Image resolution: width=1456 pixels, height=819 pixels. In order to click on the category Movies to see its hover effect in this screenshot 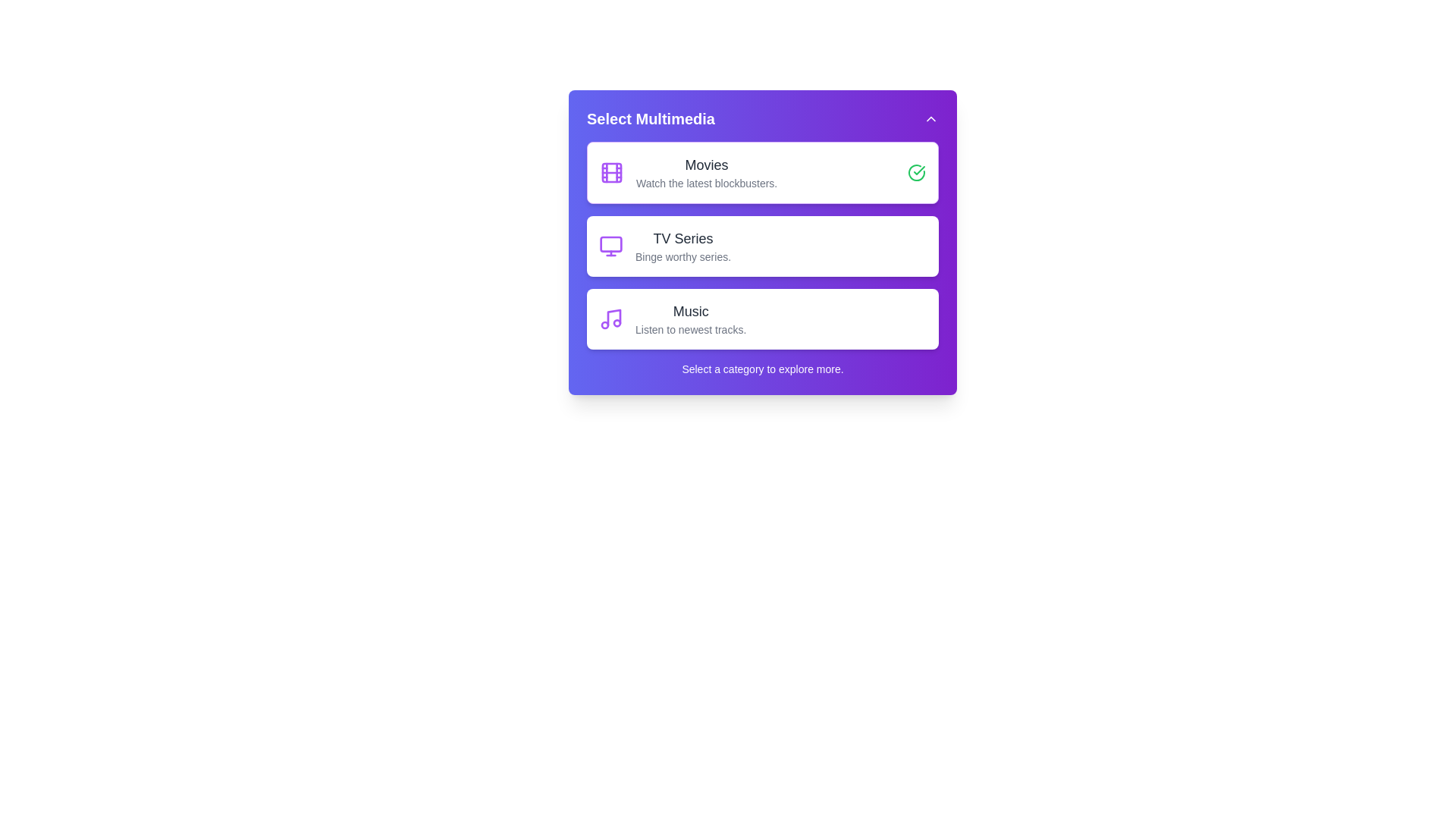, I will do `click(763, 171)`.